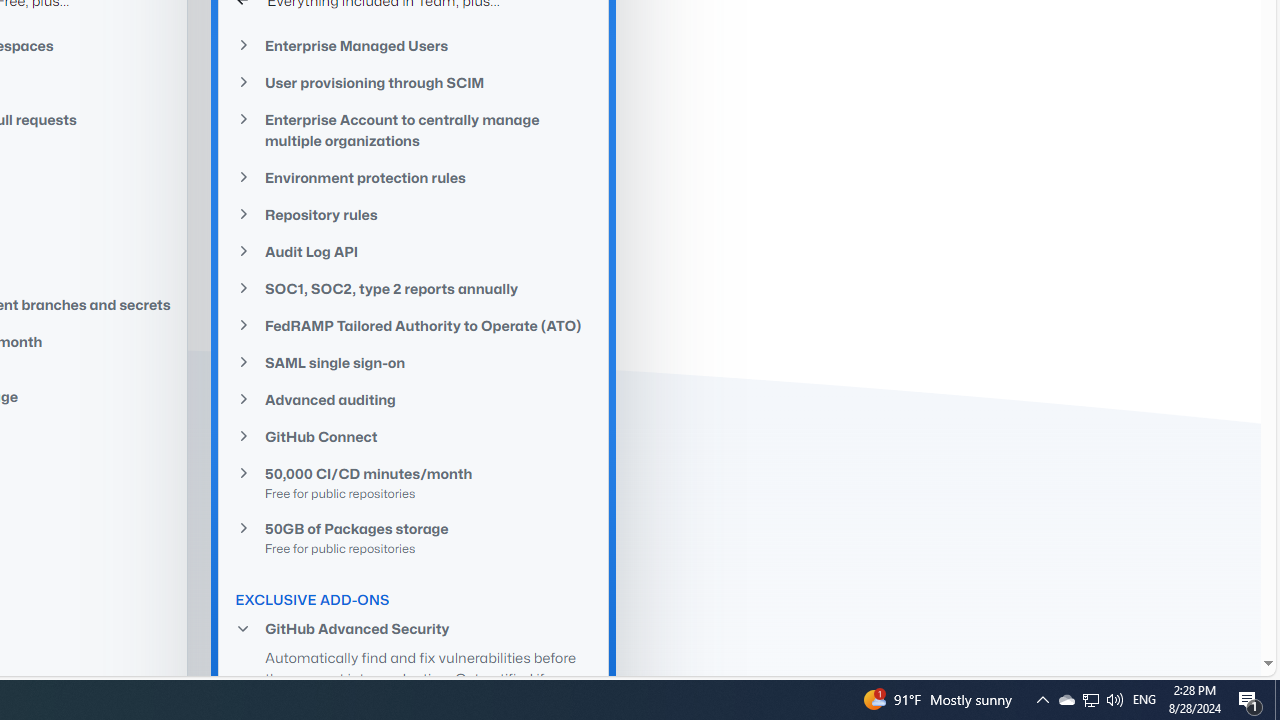 This screenshot has width=1280, height=720. Describe the element at coordinates (413, 483) in the screenshot. I see `'50,000 CI/CD minutes/month Free for public repositories'` at that location.